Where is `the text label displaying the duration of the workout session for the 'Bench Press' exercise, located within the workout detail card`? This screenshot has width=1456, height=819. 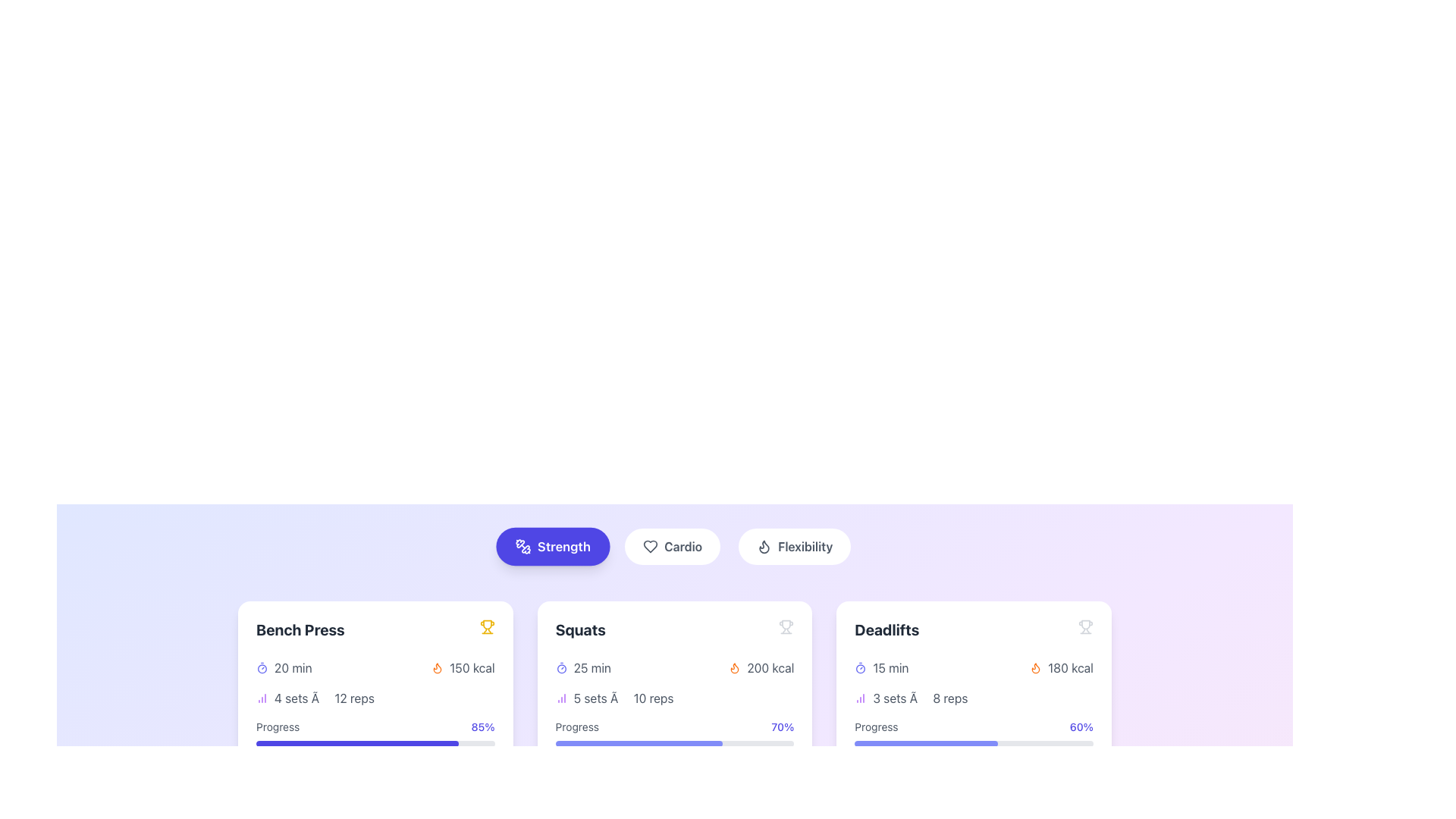 the text label displaying the duration of the workout session for the 'Bench Press' exercise, located within the workout detail card is located at coordinates (293, 667).